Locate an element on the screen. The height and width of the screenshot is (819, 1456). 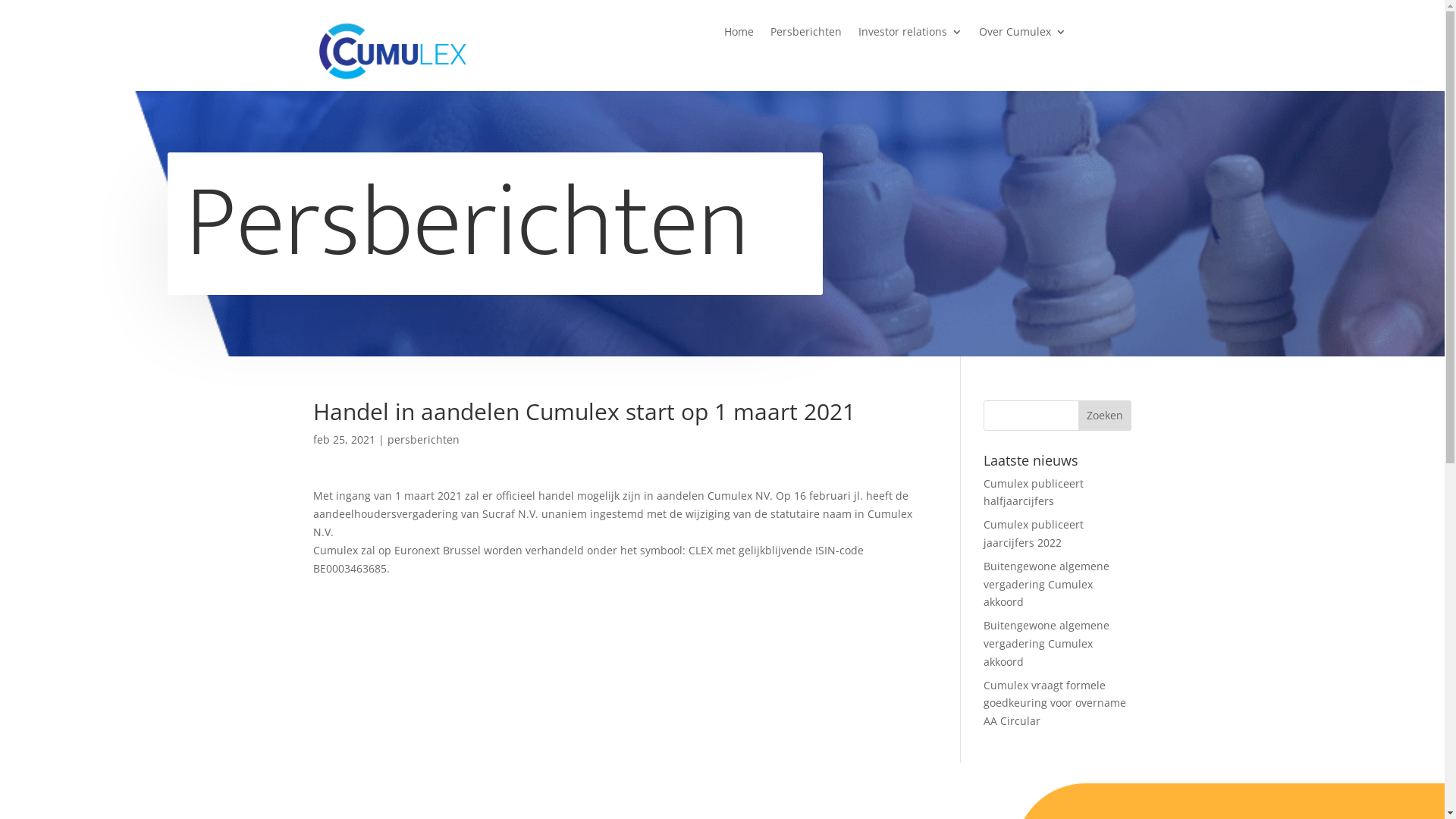
'Over Cumulex' is located at coordinates (1022, 34).